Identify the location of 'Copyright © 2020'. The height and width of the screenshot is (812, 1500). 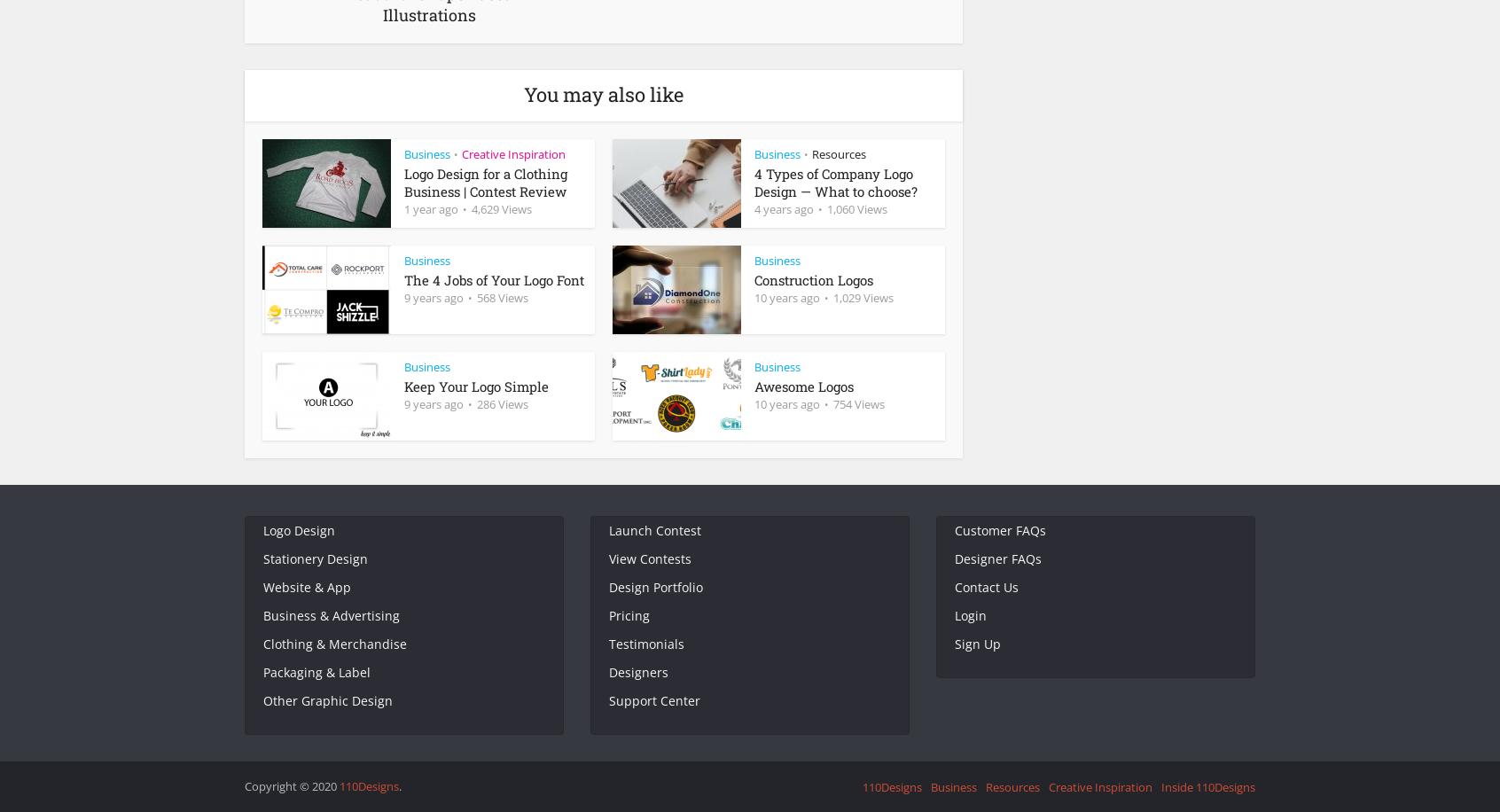
(291, 785).